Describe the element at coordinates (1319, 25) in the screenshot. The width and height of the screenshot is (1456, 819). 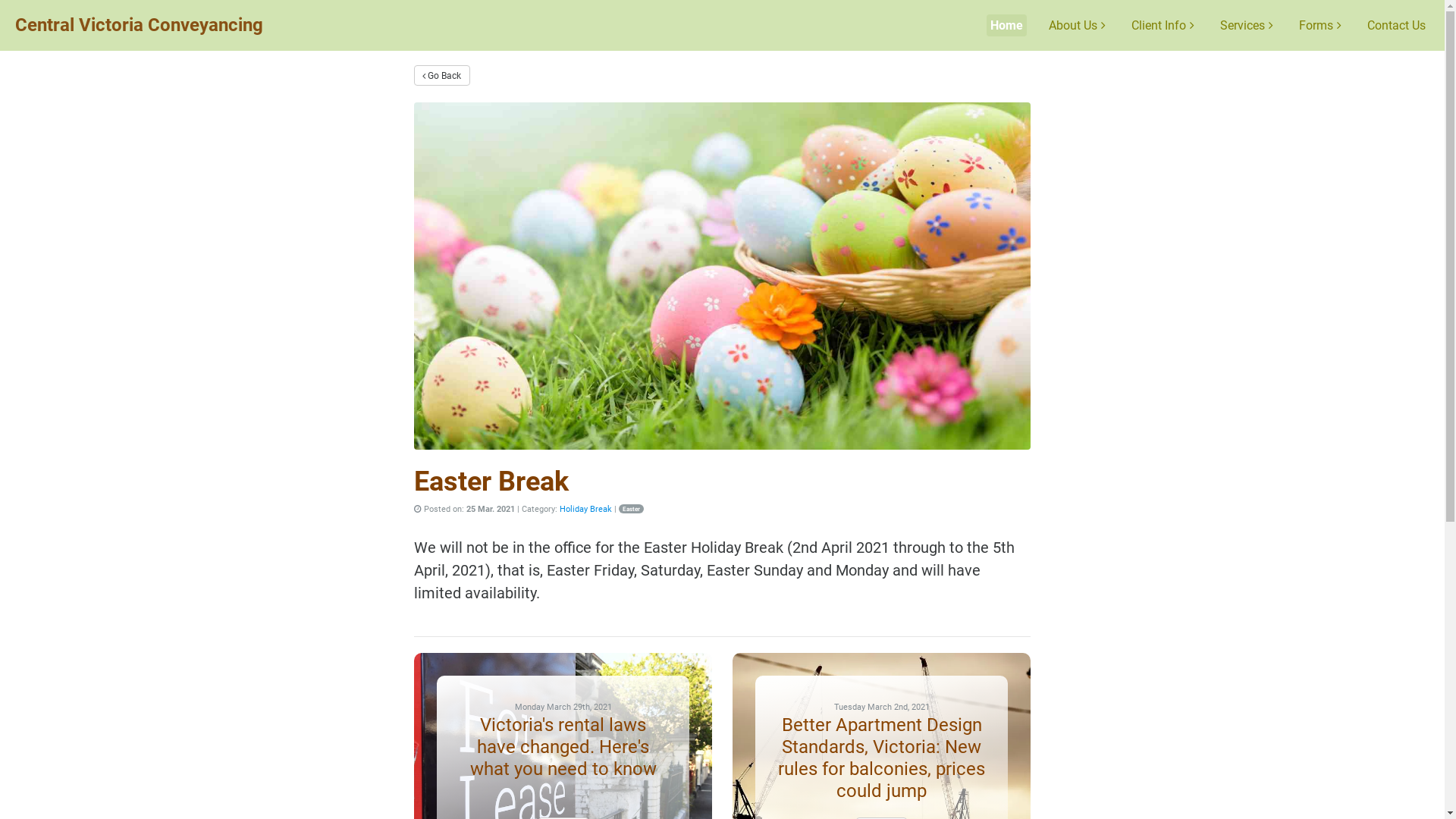
I see `'Forms'` at that location.